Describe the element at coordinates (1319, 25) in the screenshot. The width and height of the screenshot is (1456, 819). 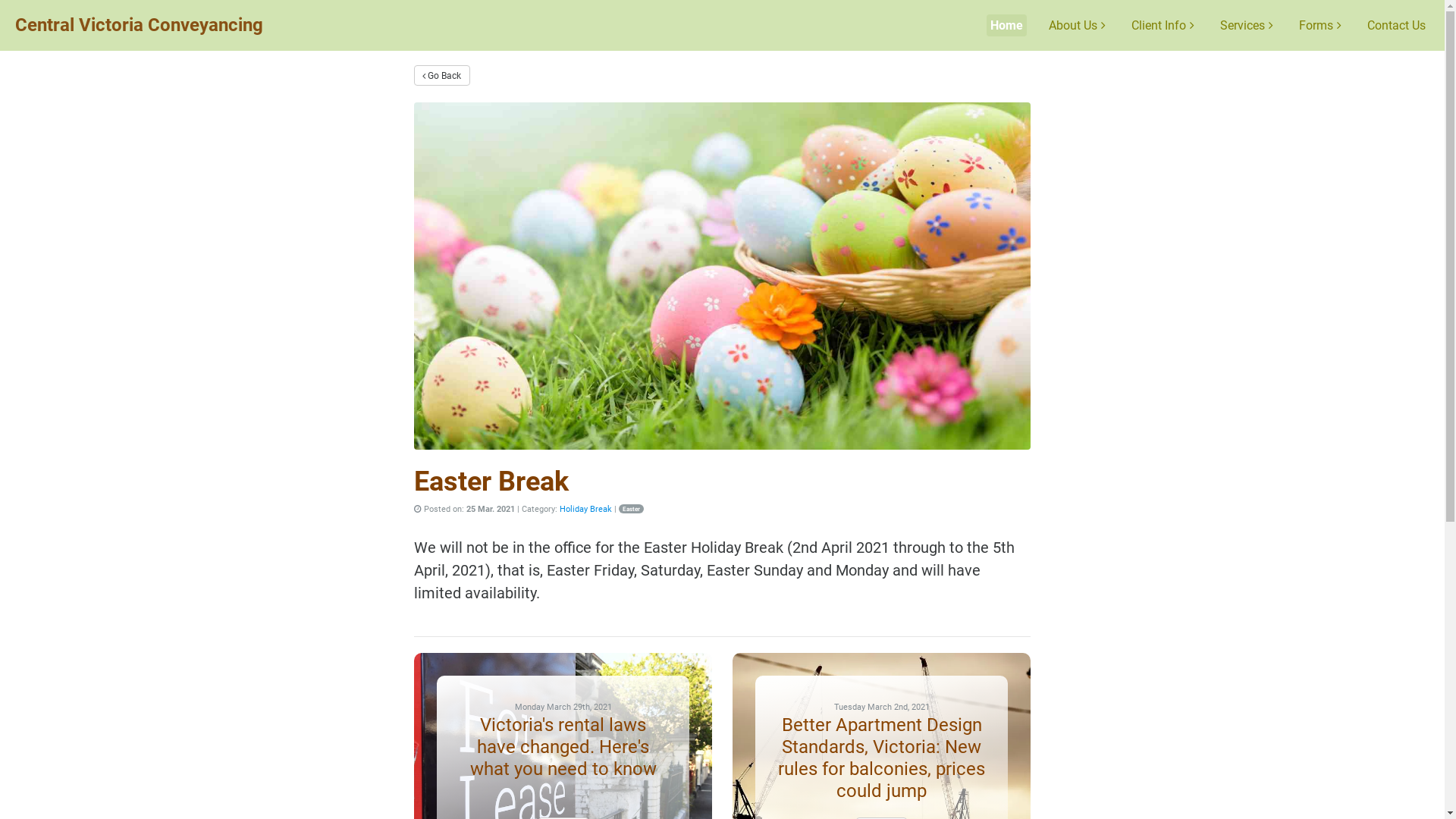
I see `'Forms'` at that location.